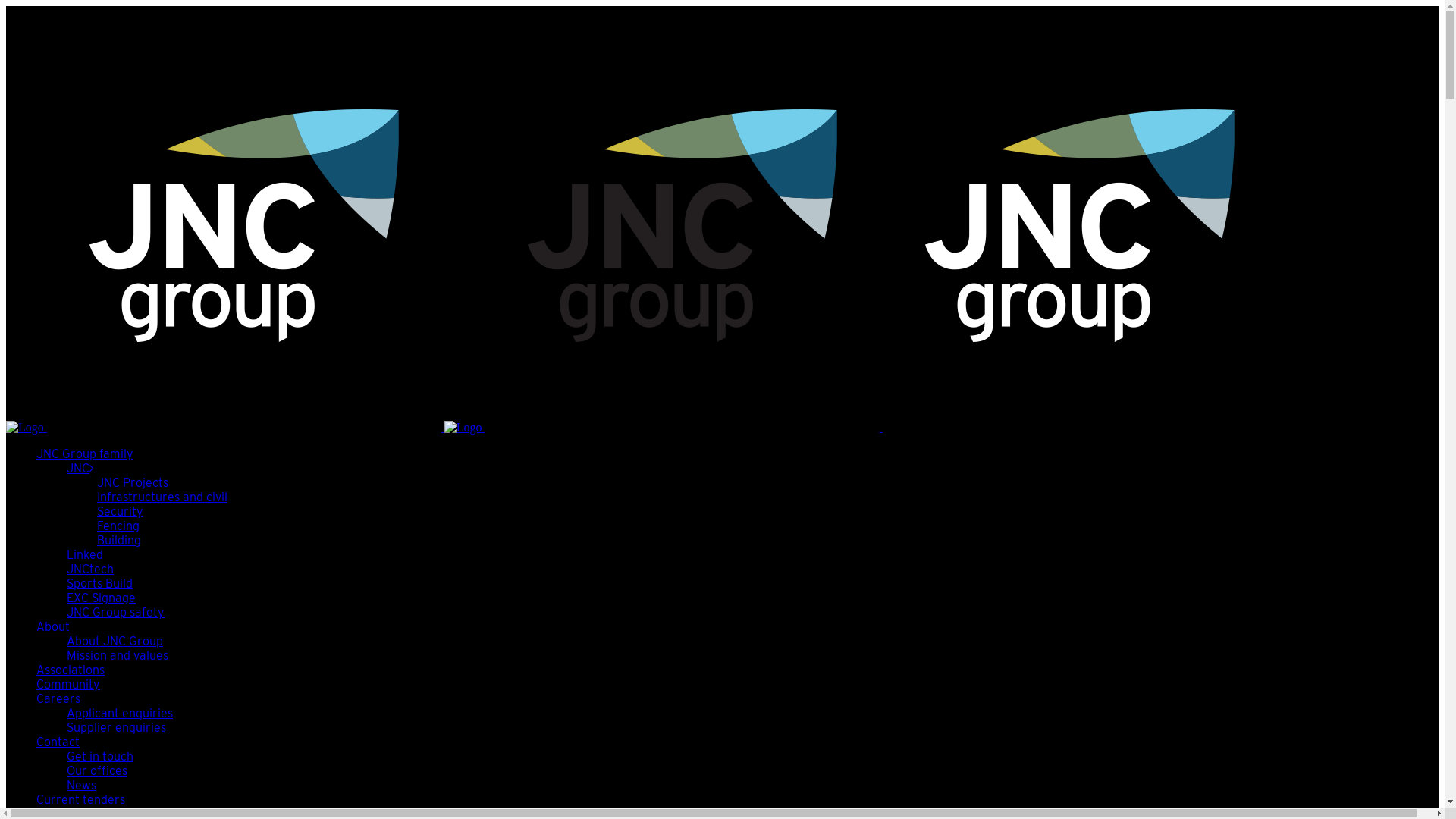 This screenshot has width=1456, height=819. What do you see at coordinates (65, 770) in the screenshot?
I see `'Our offices'` at bounding box center [65, 770].